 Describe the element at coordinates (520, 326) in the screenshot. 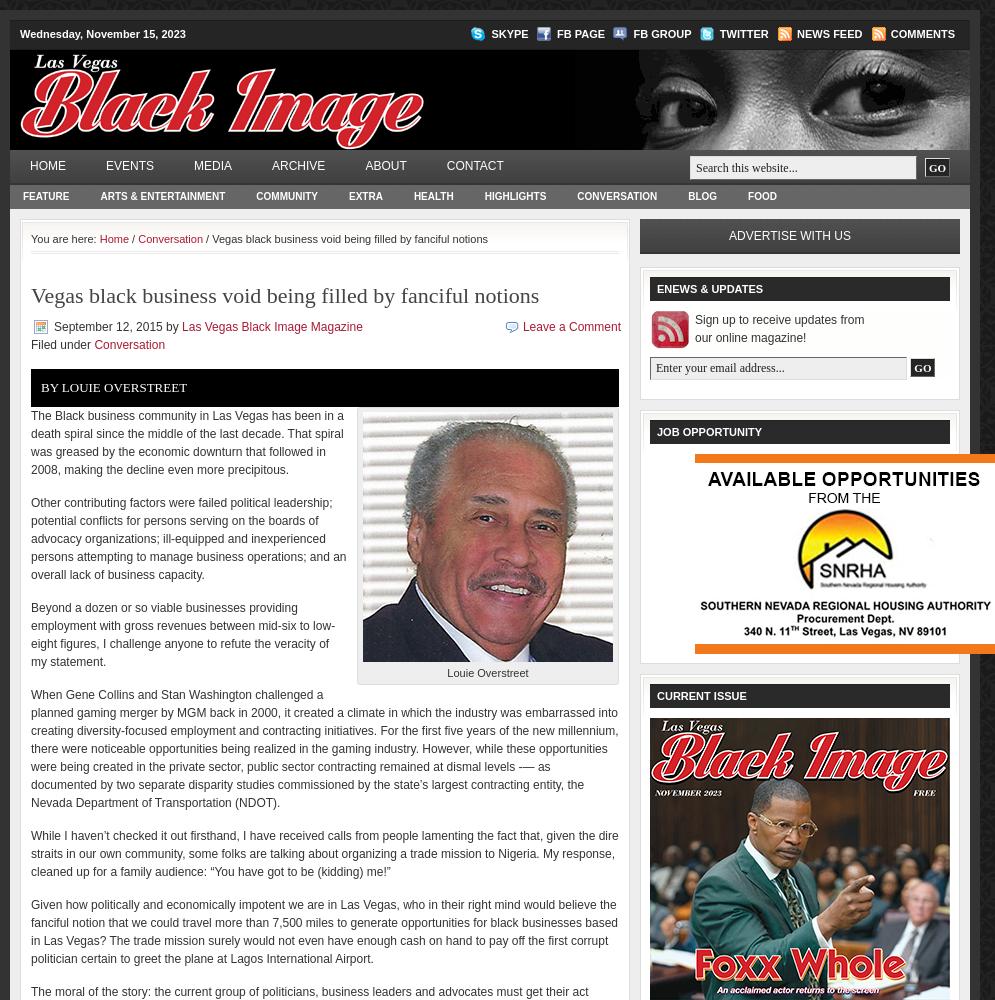

I see `'Leave a Comment'` at that location.